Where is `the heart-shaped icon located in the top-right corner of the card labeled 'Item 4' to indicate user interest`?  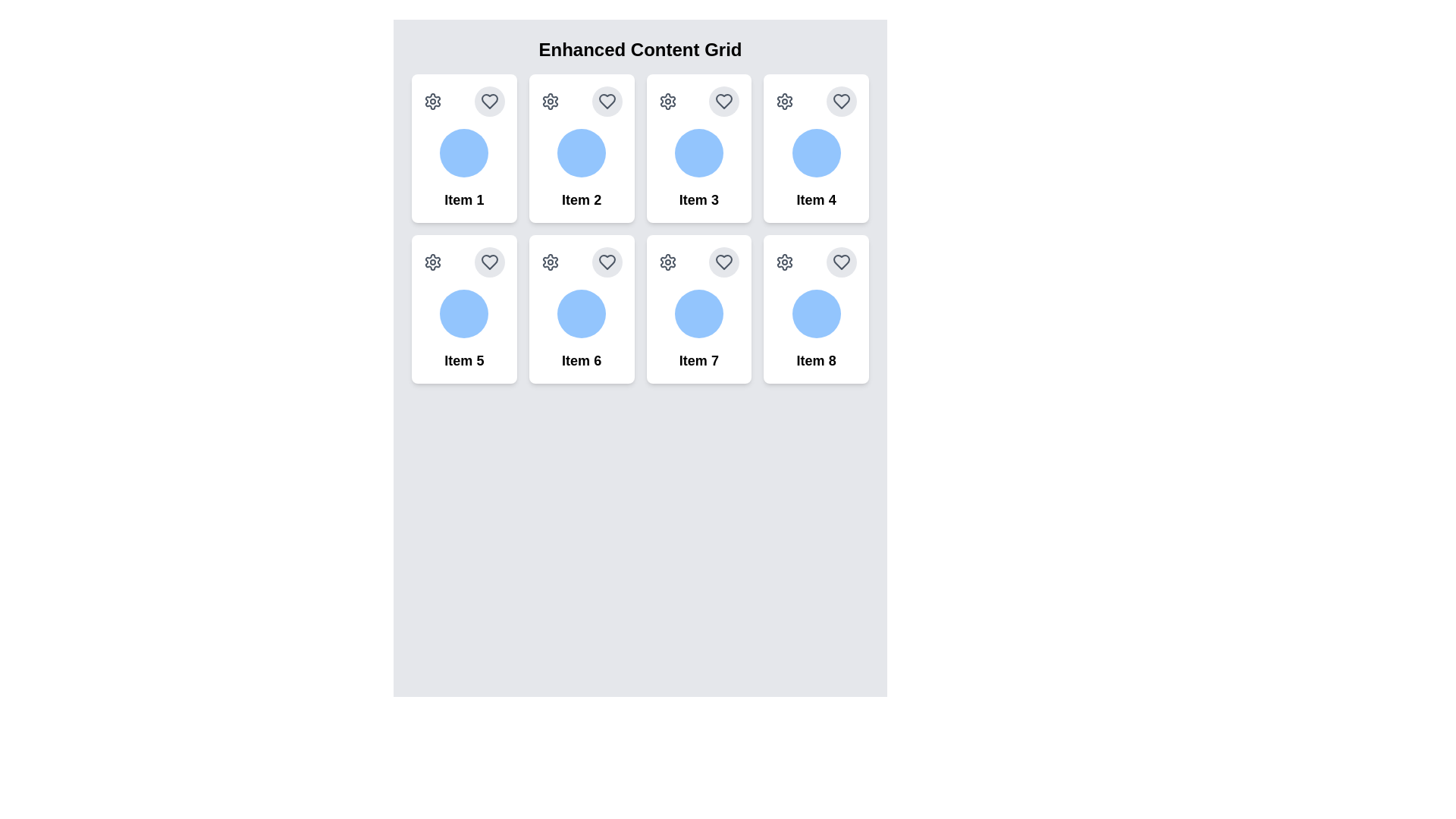 the heart-shaped icon located in the top-right corner of the card labeled 'Item 4' to indicate user interest is located at coordinates (840, 102).